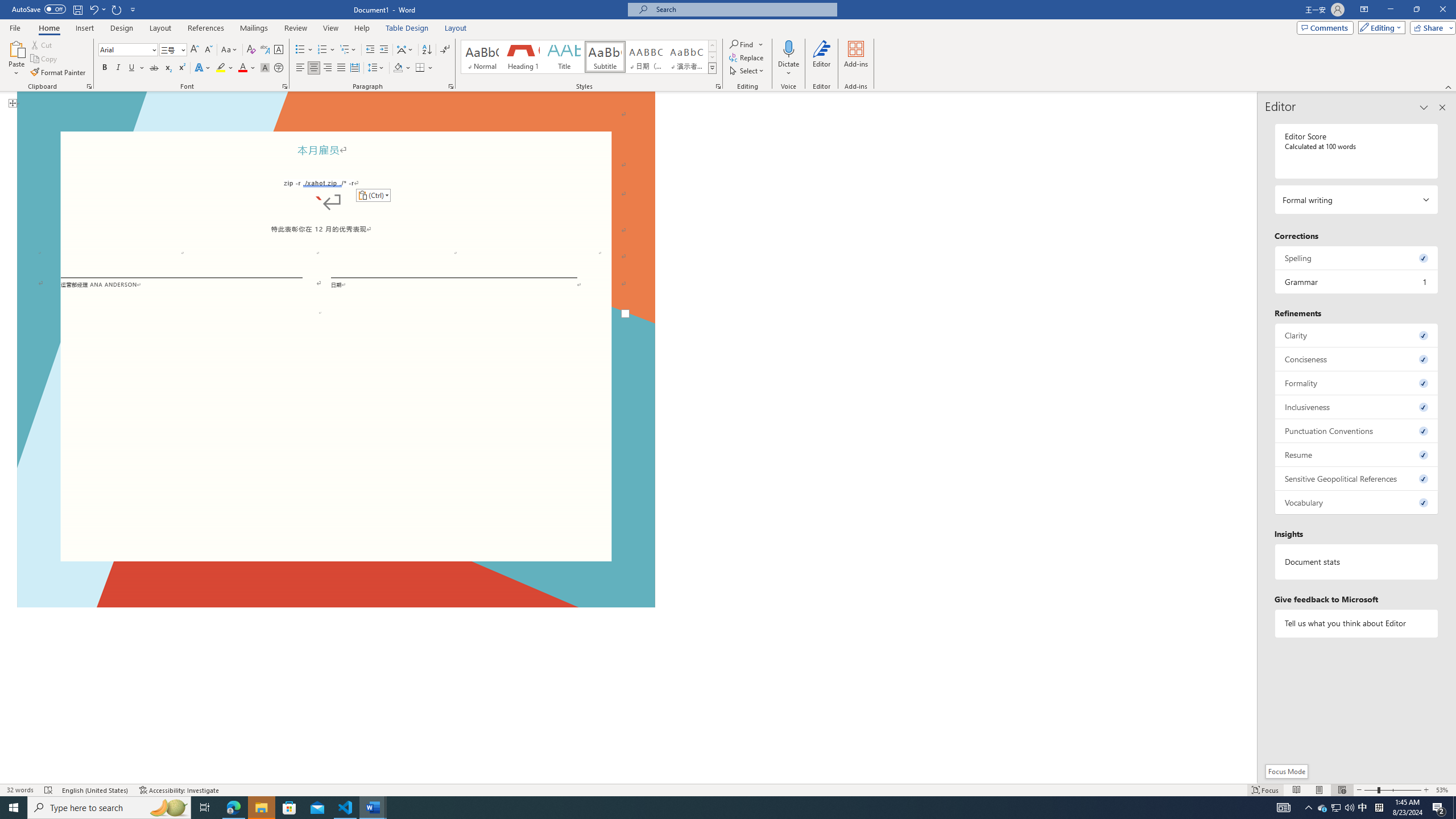  Describe the element at coordinates (1286, 771) in the screenshot. I see `'Focus Mode'` at that location.